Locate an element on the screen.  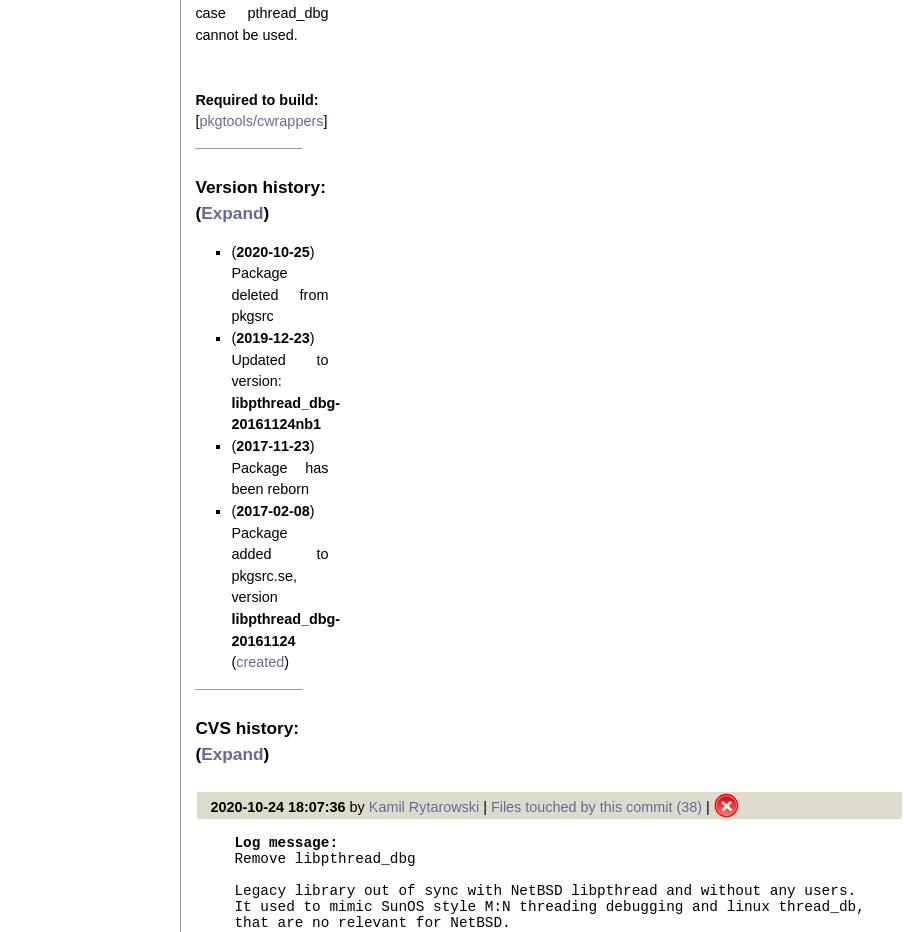
'libpthread_dbg-20161124' is located at coordinates (285, 628).